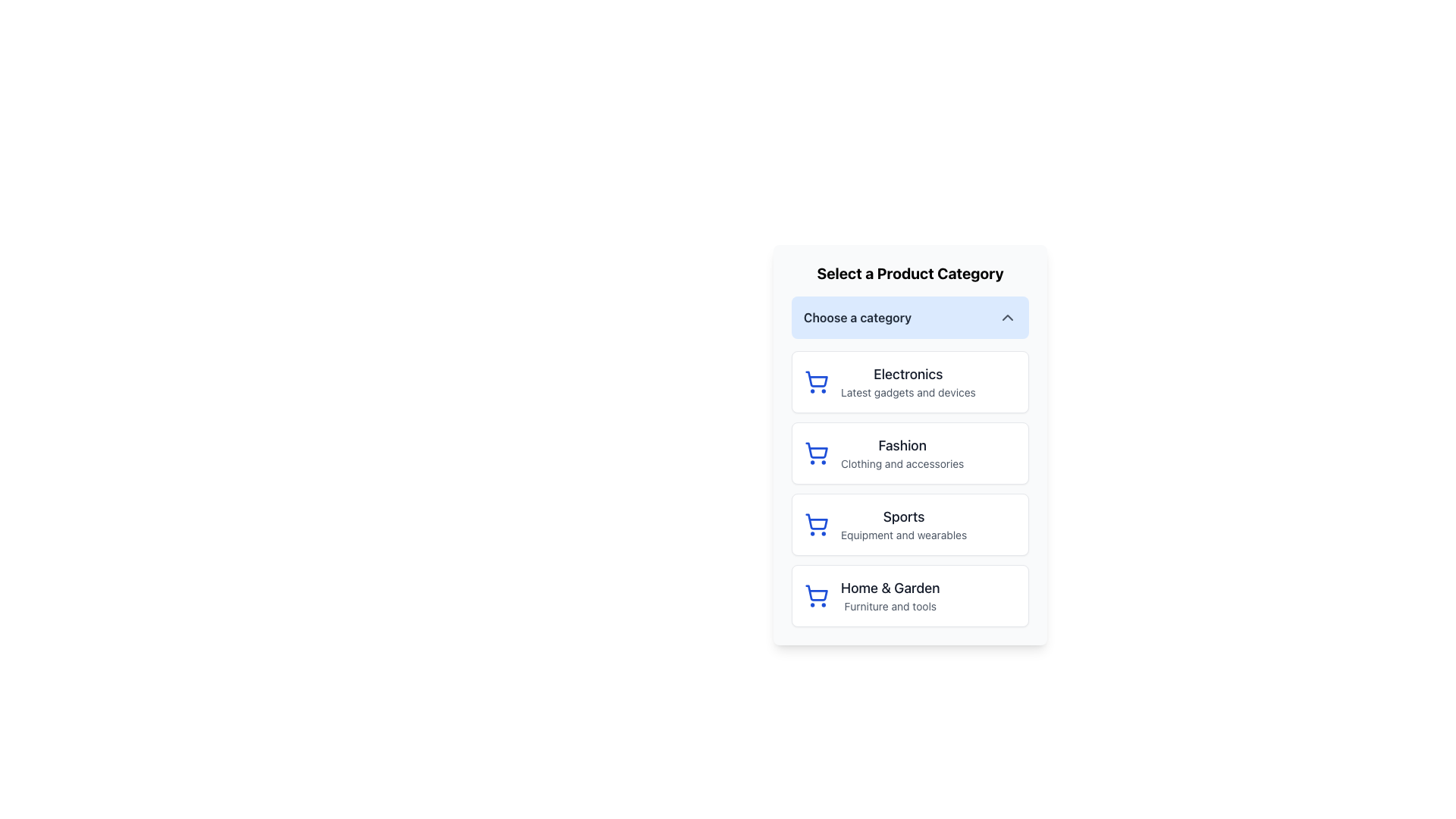 The width and height of the screenshot is (1456, 819). Describe the element at coordinates (910, 381) in the screenshot. I see `the first selectable card in the Electronics category list` at that location.